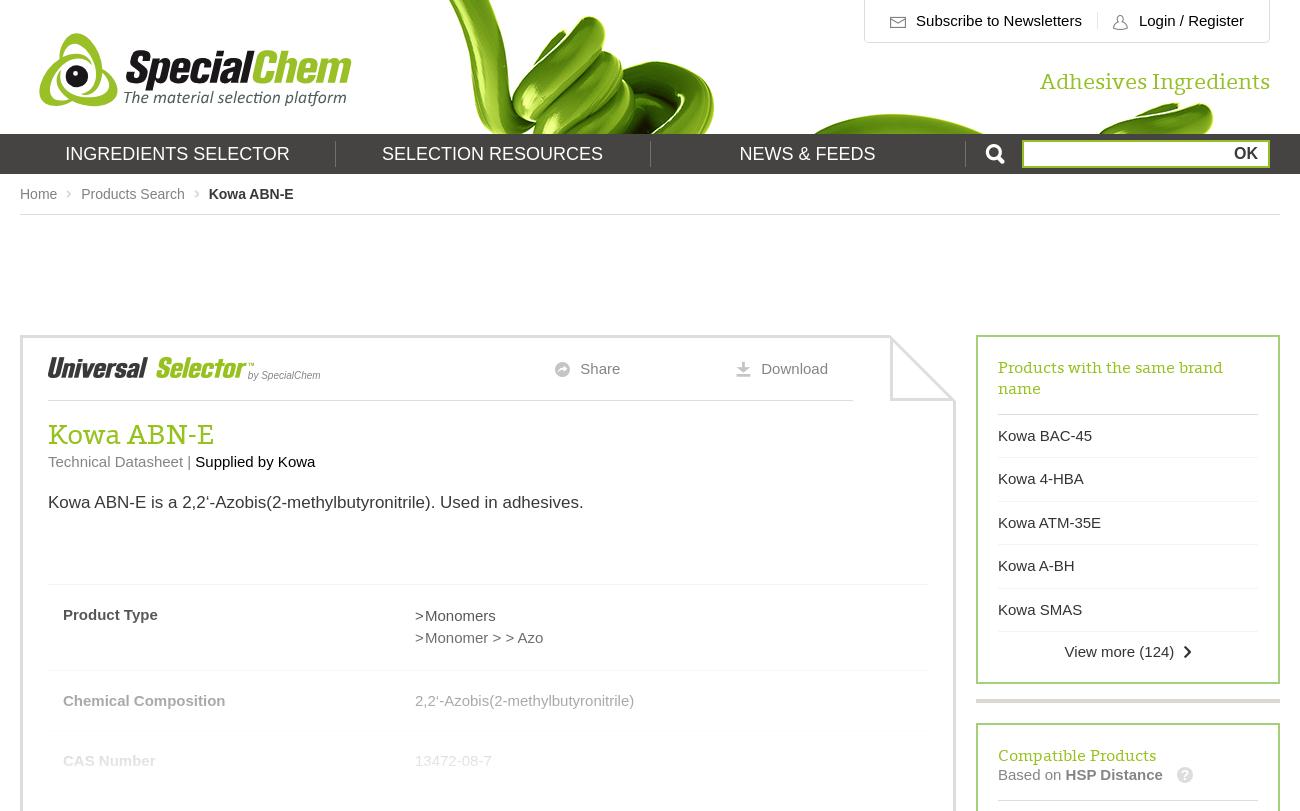  Describe the element at coordinates (108, 612) in the screenshot. I see `'Product Type'` at that location.